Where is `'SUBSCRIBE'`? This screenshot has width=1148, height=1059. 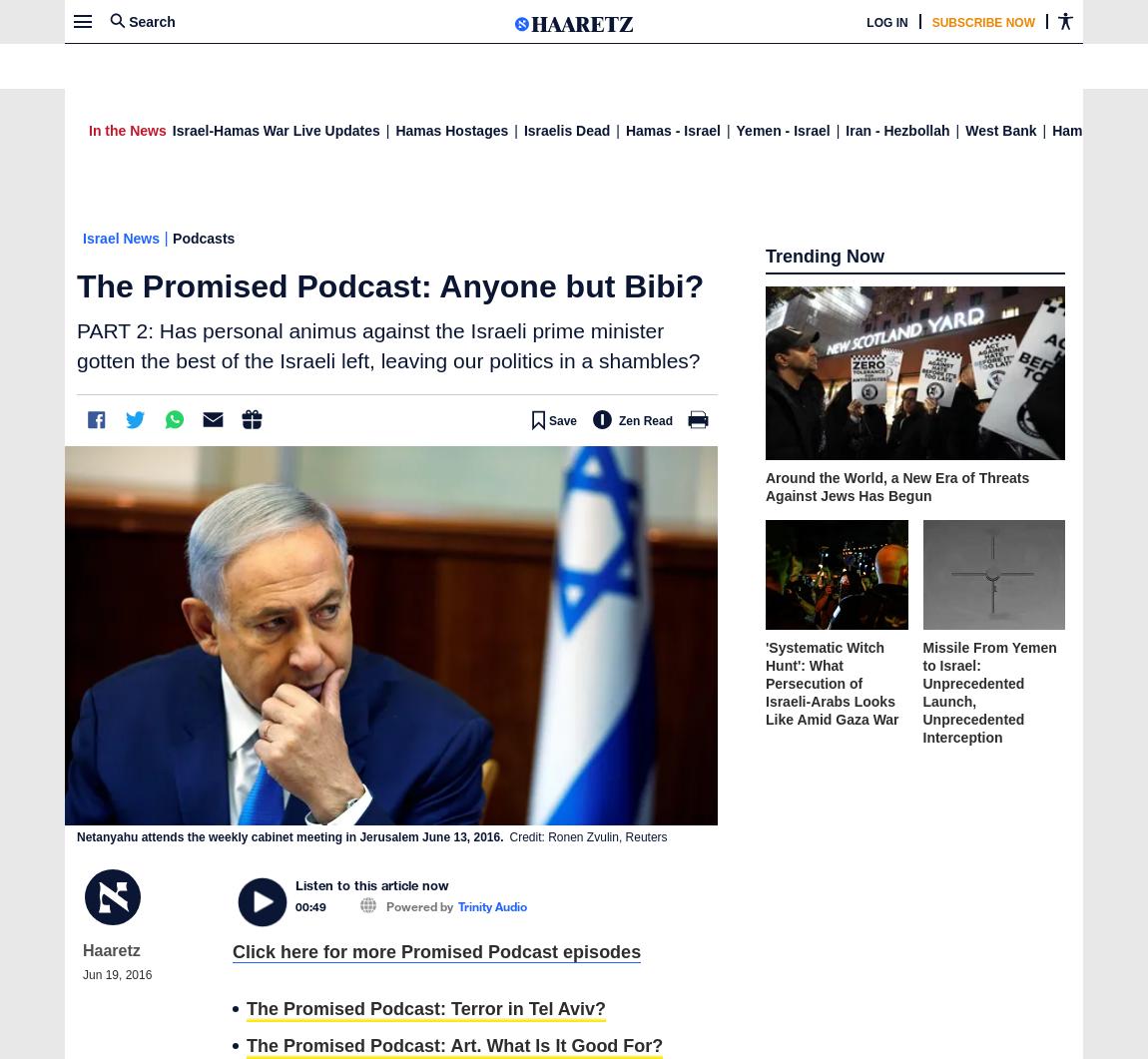 'SUBSCRIBE' is located at coordinates (771, 21).